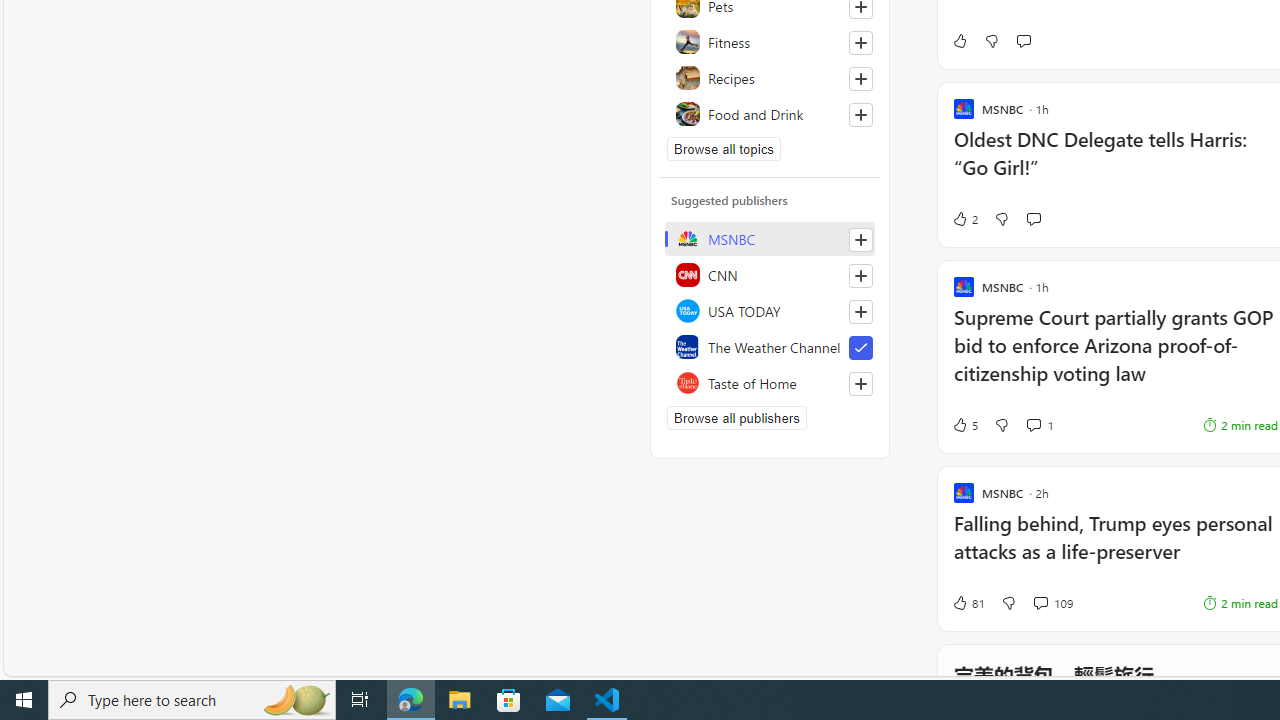 Image resolution: width=1280 pixels, height=720 pixels. Describe the element at coordinates (769, 77) in the screenshot. I see `'Recipes'` at that location.